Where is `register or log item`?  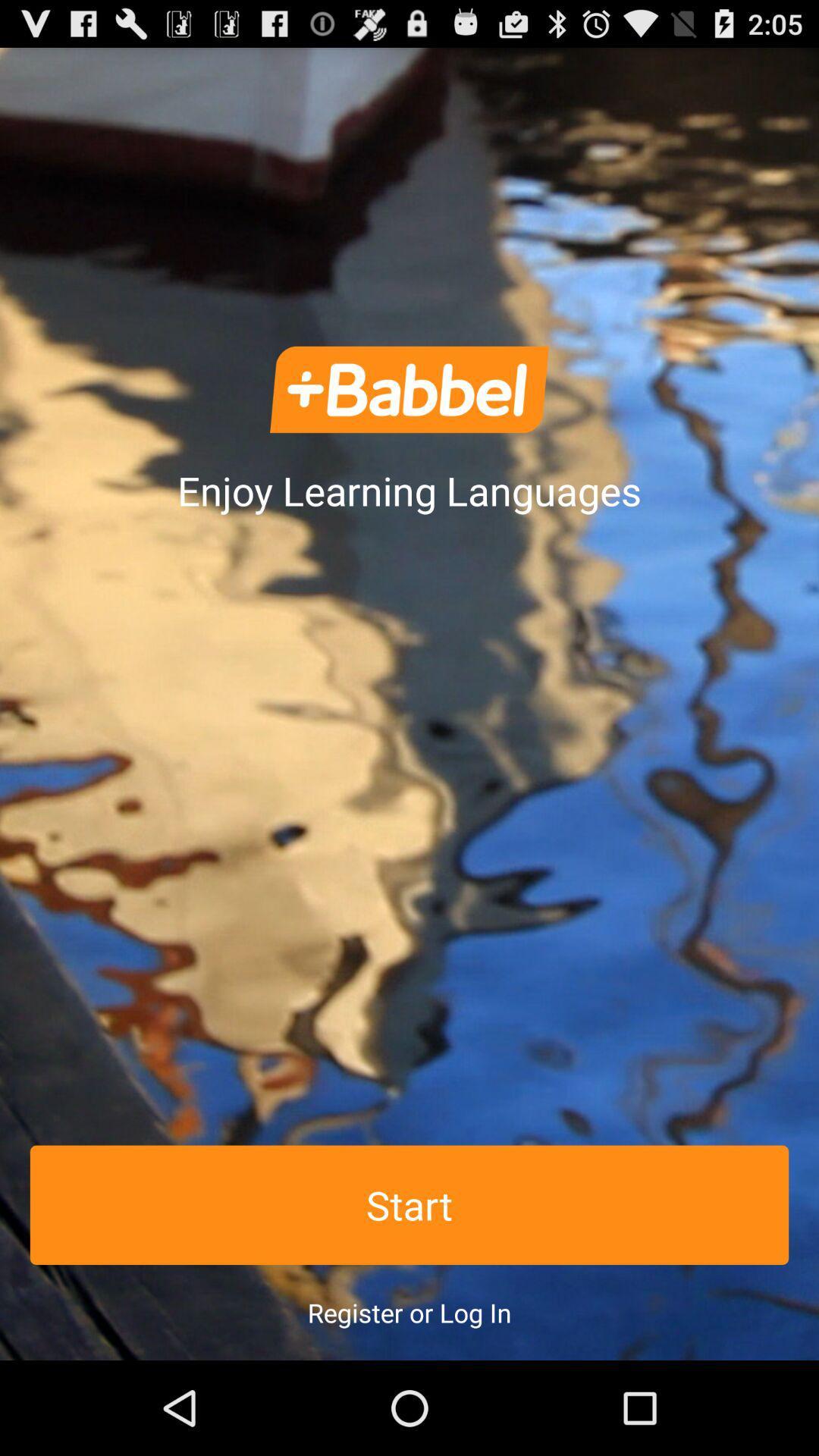 register or log item is located at coordinates (409, 1312).